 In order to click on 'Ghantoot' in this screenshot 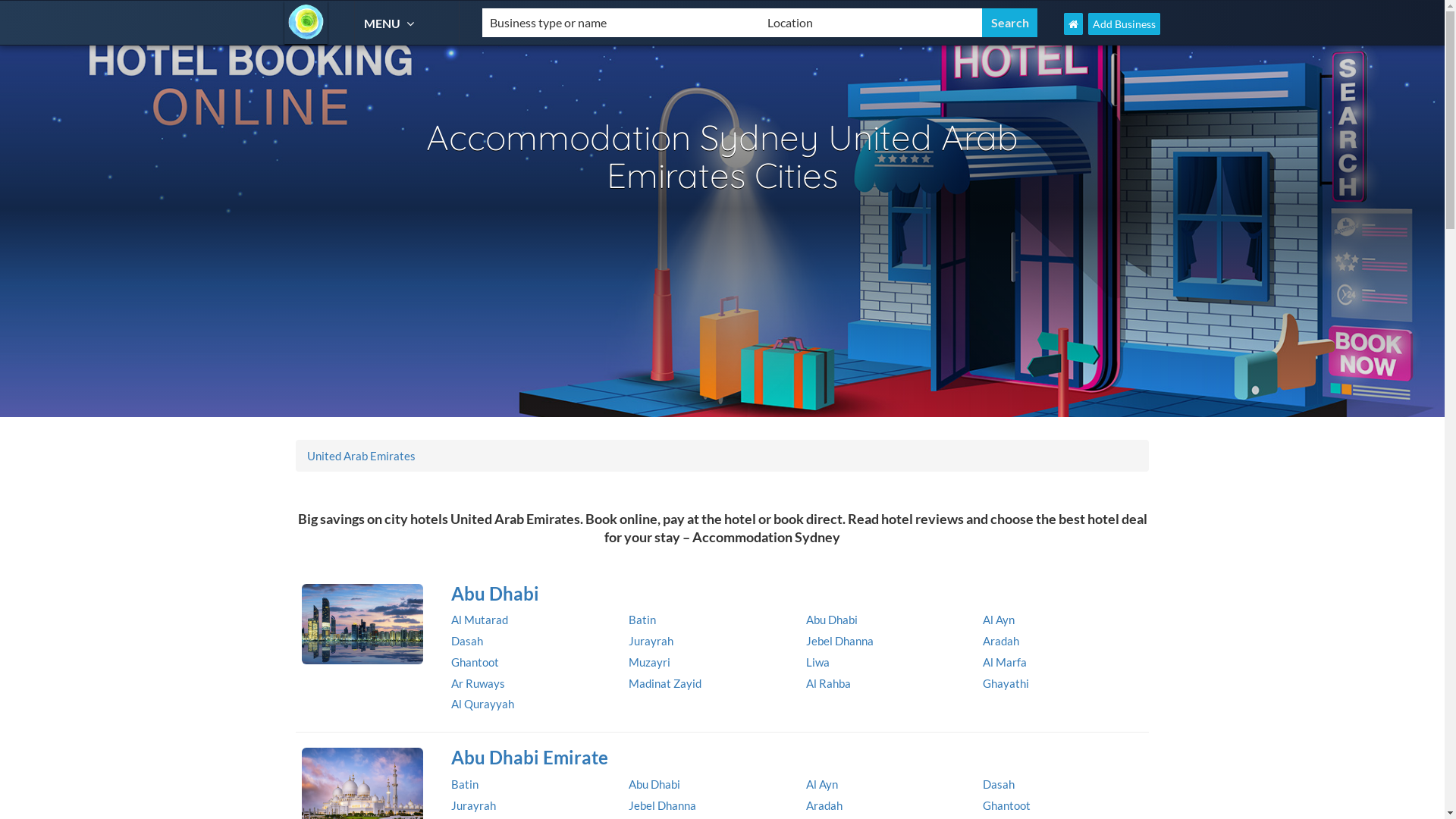, I will do `click(474, 661)`.